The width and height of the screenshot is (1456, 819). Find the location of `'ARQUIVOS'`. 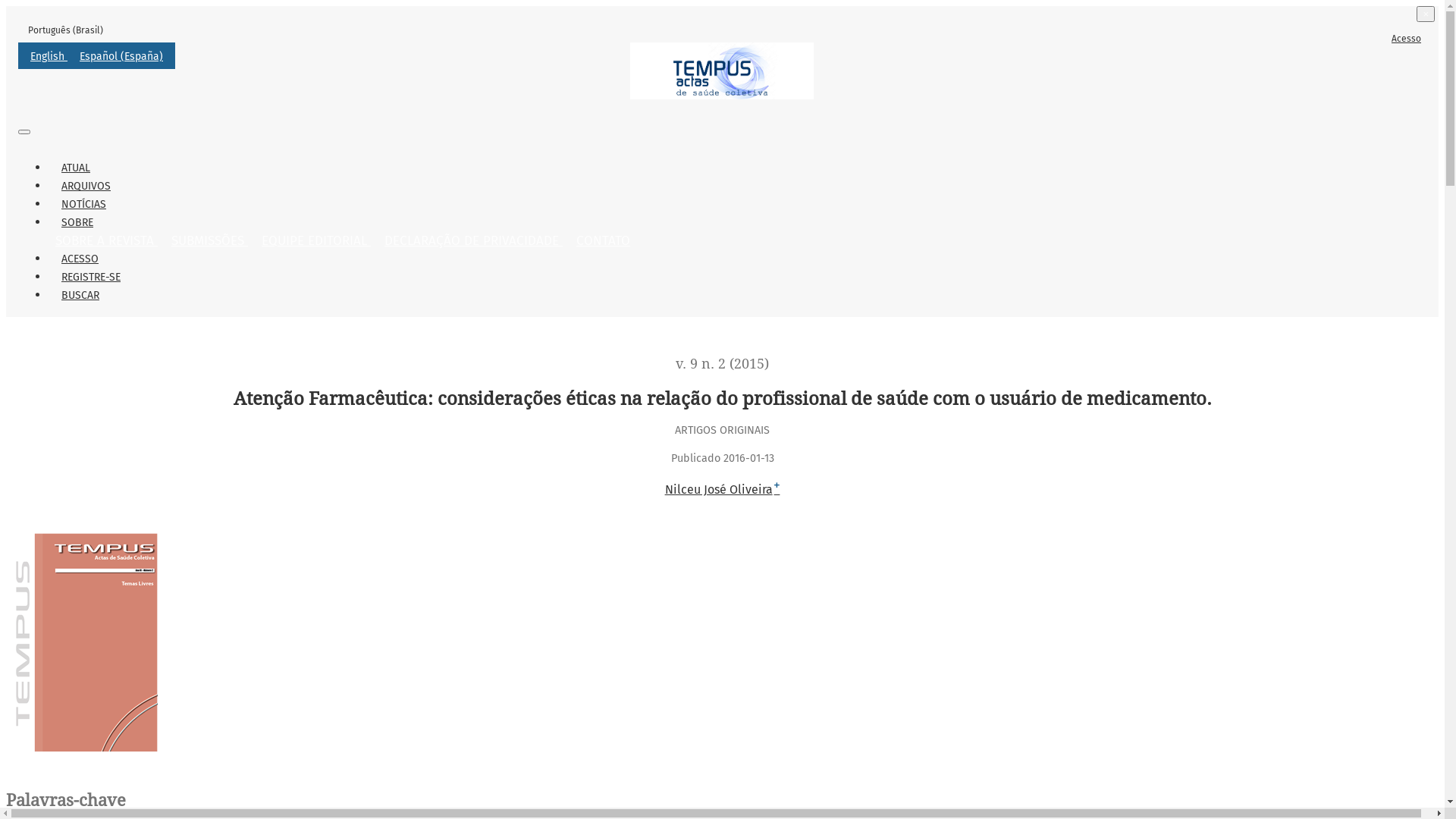

'ARQUIVOS' is located at coordinates (85, 185).